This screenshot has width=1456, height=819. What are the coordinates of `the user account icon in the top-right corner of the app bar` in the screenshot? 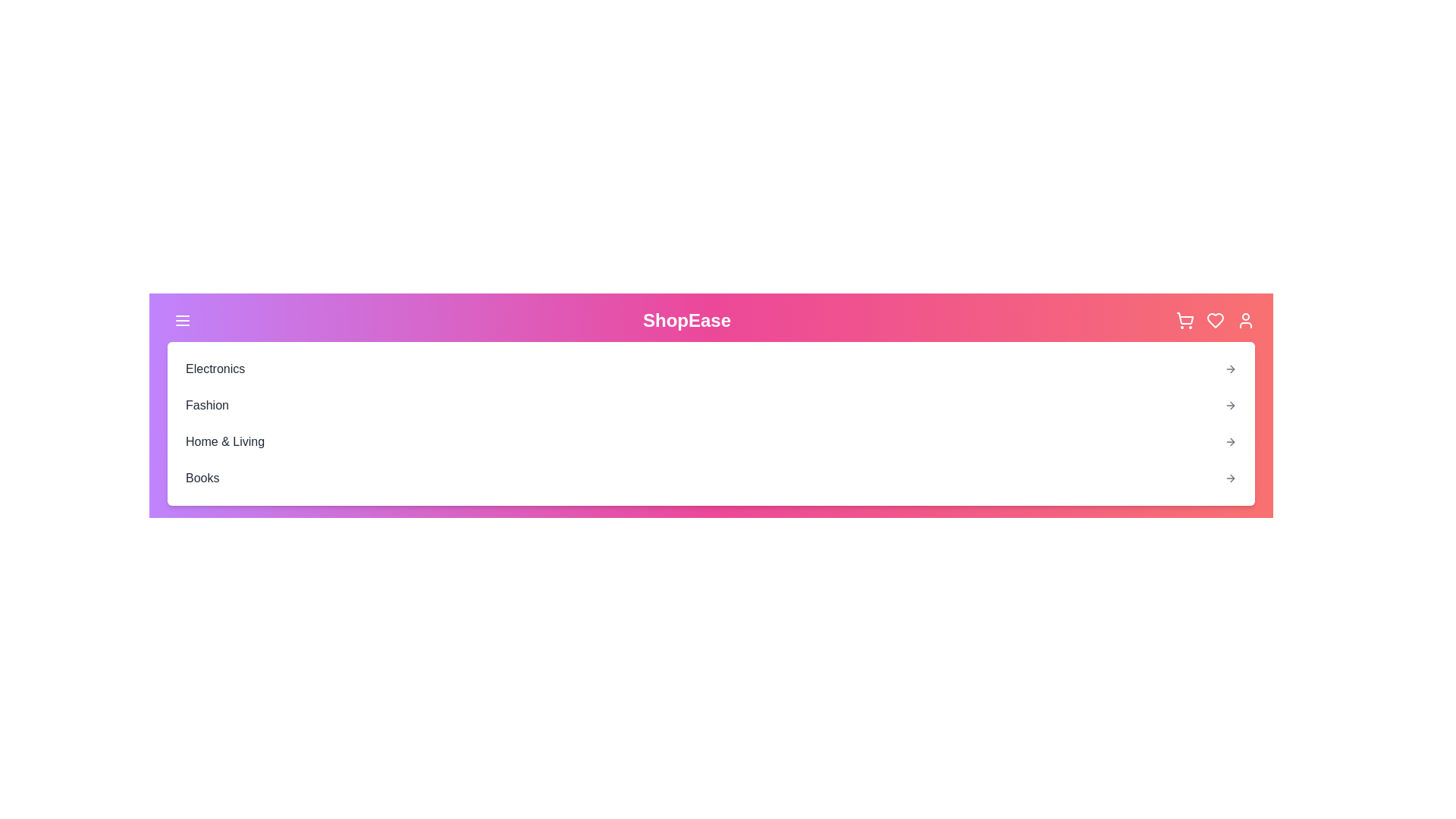 It's located at (1245, 320).